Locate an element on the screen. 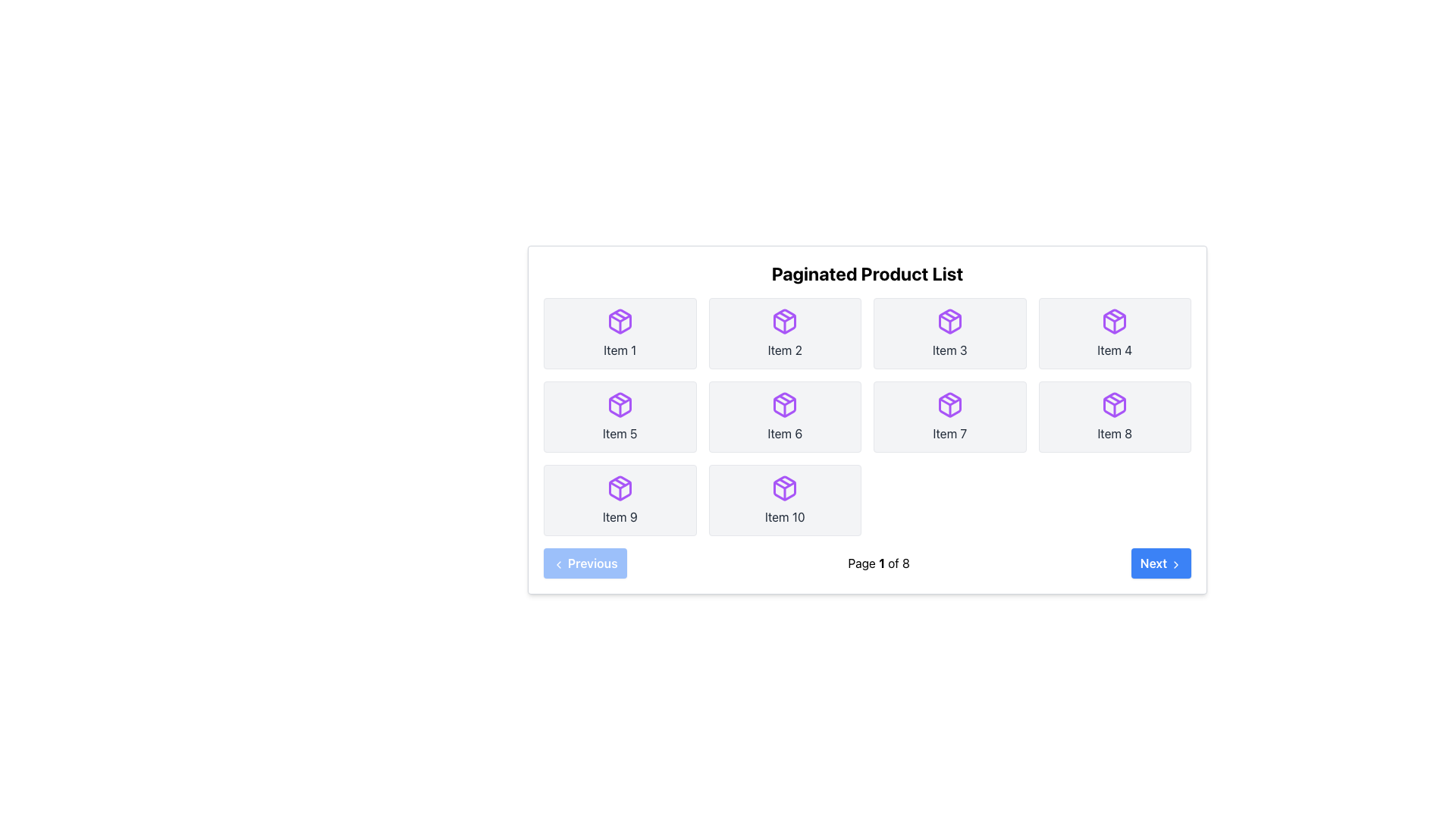 The height and width of the screenshot is (819, 1456). the purple cube icon located at the center of the card labeled 'Item 8' in the second row, fourth column of the grid of the 'Paginated Product List' is located at coordinates (1115, 403).